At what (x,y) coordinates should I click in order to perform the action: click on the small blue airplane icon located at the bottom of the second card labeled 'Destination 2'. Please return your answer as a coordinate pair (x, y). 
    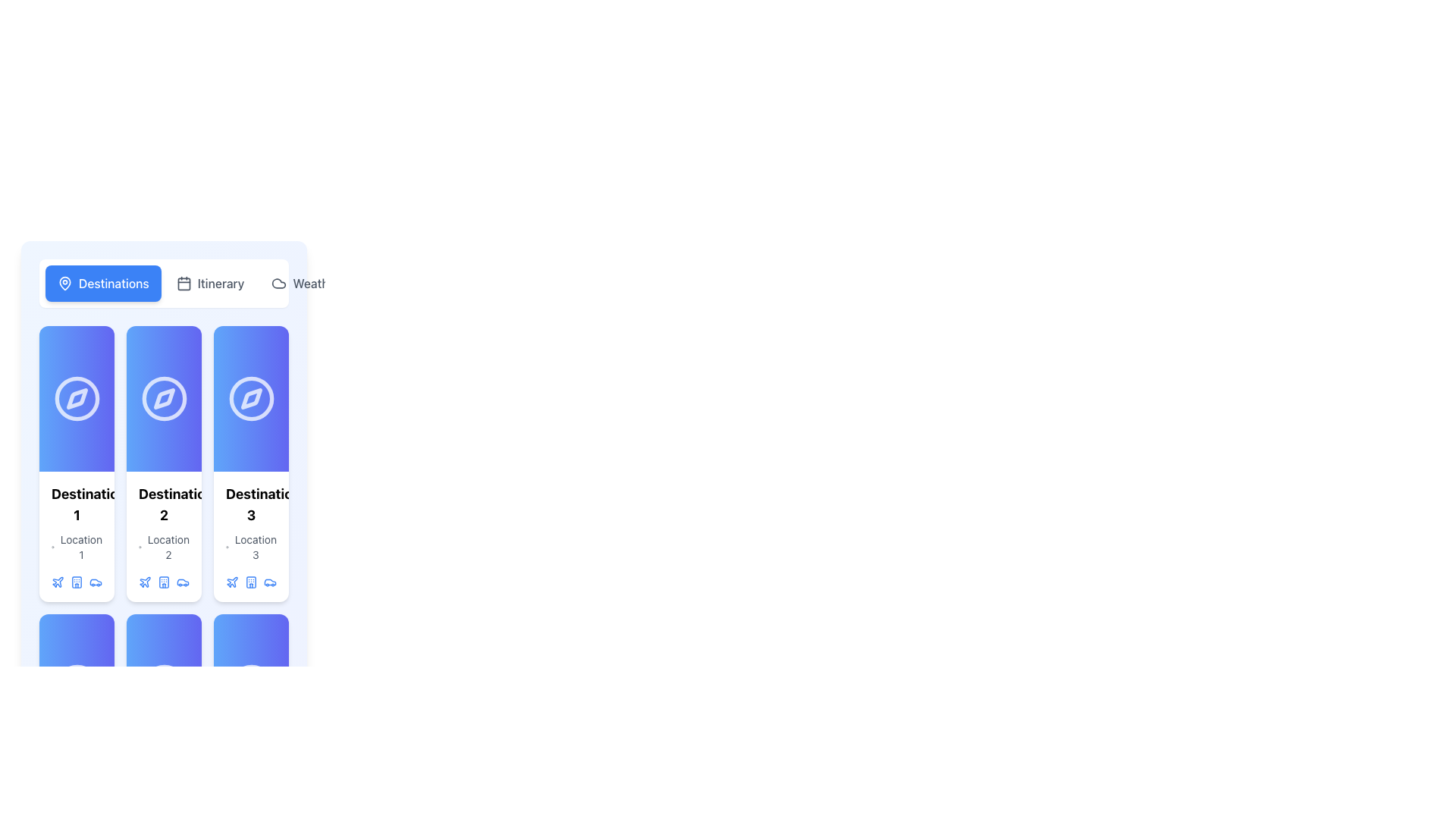
    Looking at the image, I should click on (145, 581).